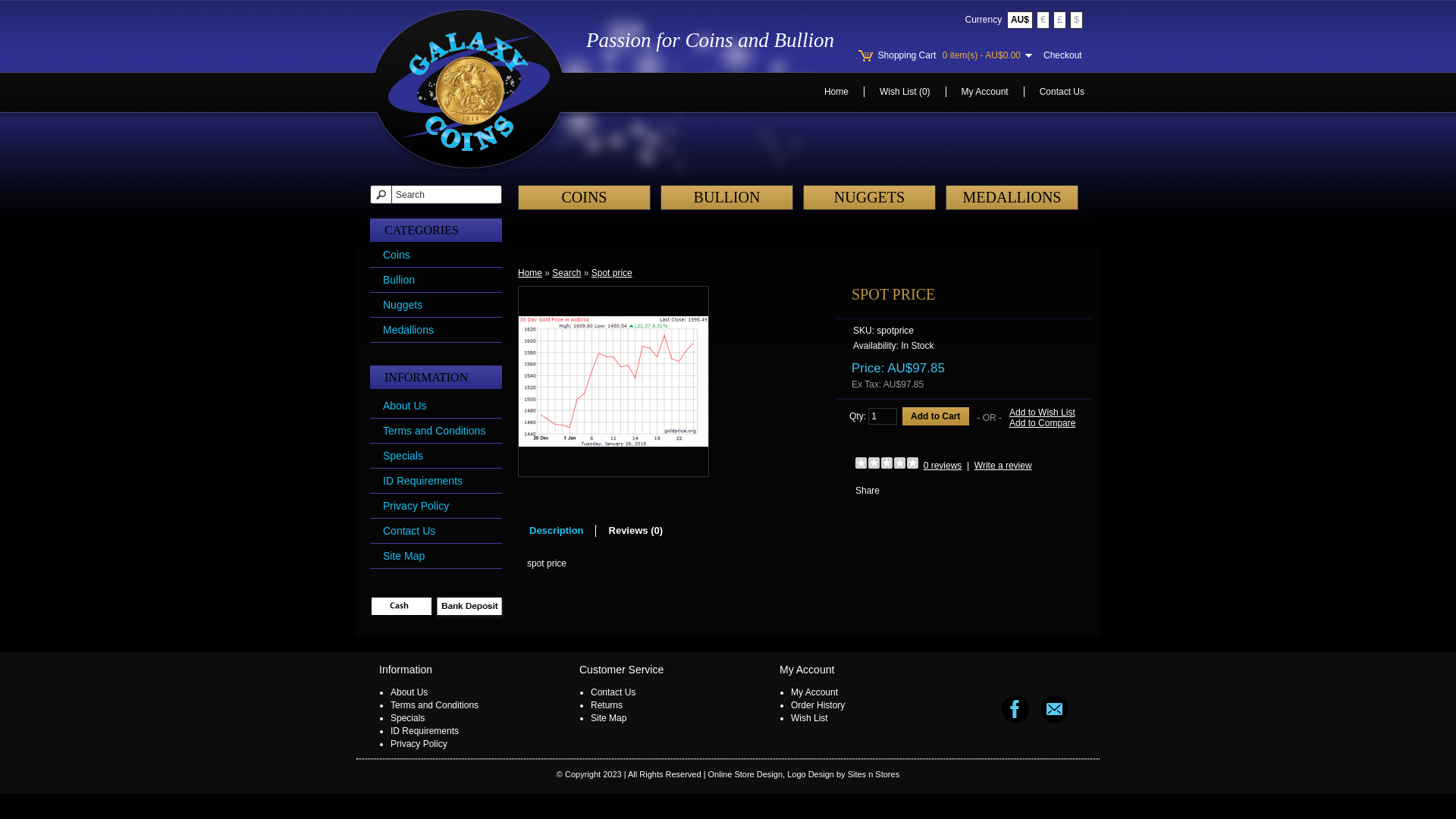 Image resolution: width=1456 pixels, height=819 pixels. What do you see at coordinates (934, 416) in the screenshot?
I see `'Add to Cart'` at bounding box center [934, 416].